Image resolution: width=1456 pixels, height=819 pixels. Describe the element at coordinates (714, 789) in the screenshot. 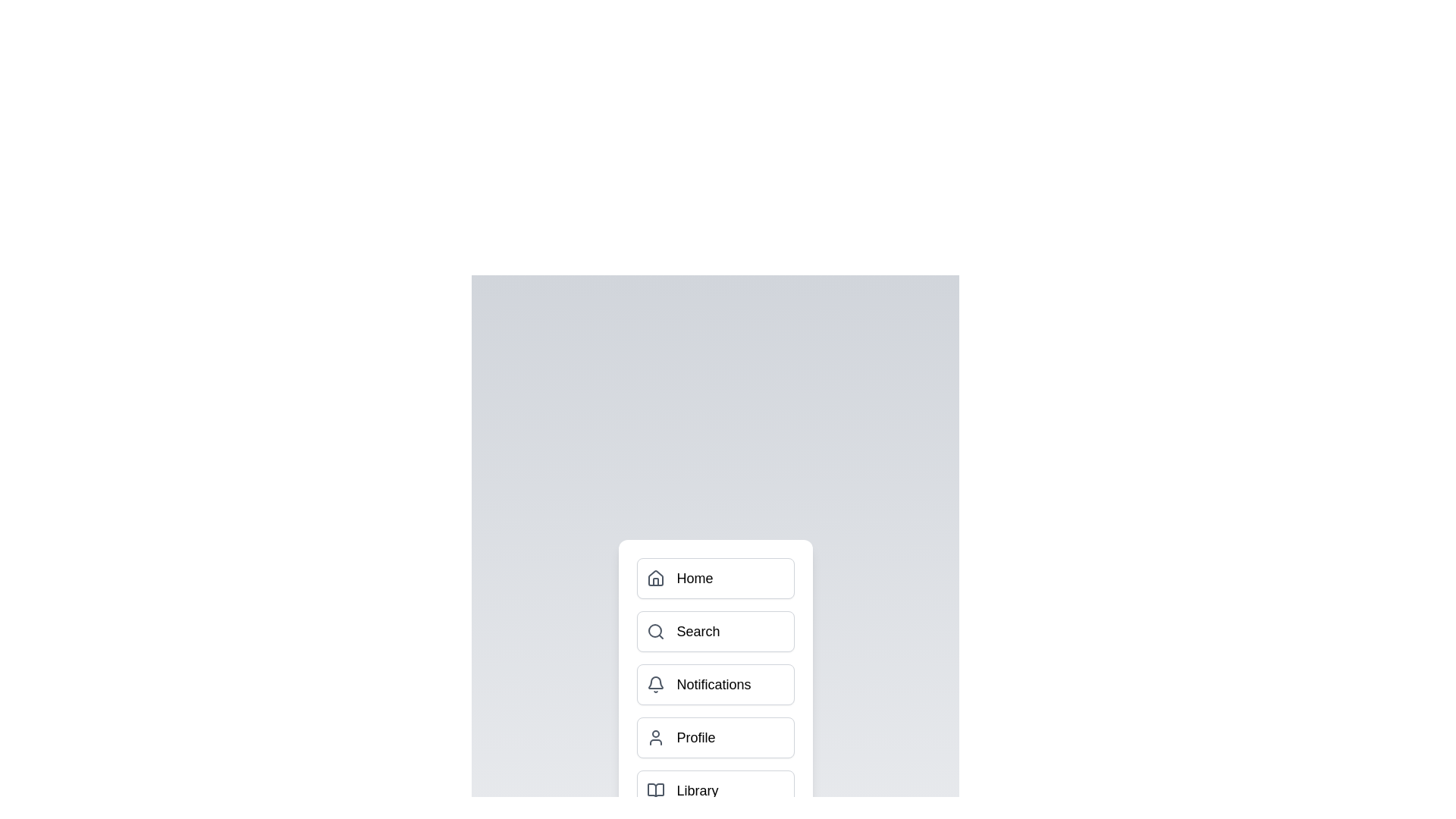

I see `the menu item Library` at that location.